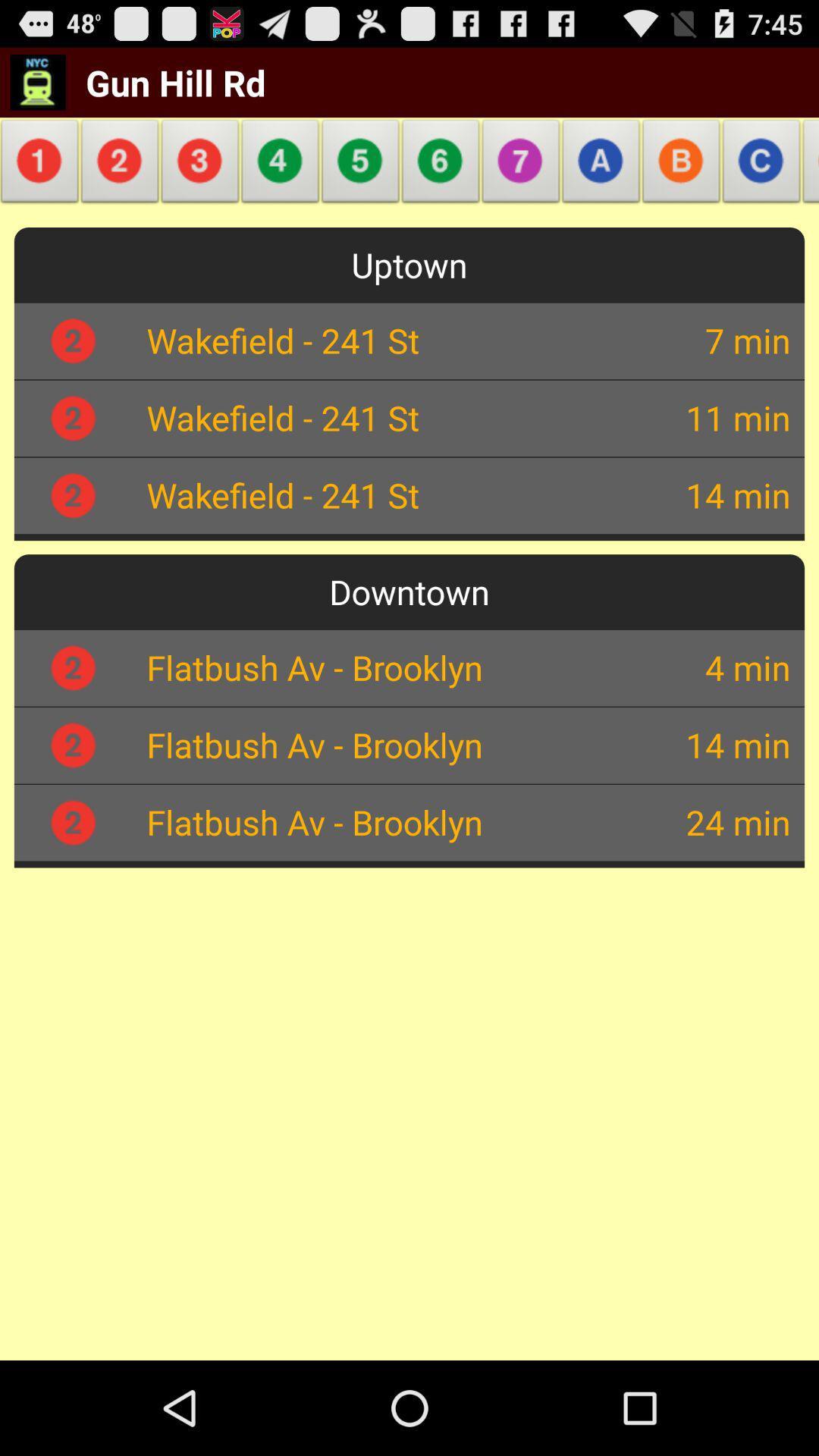  I want to click on the book icon, so click(806, 177).